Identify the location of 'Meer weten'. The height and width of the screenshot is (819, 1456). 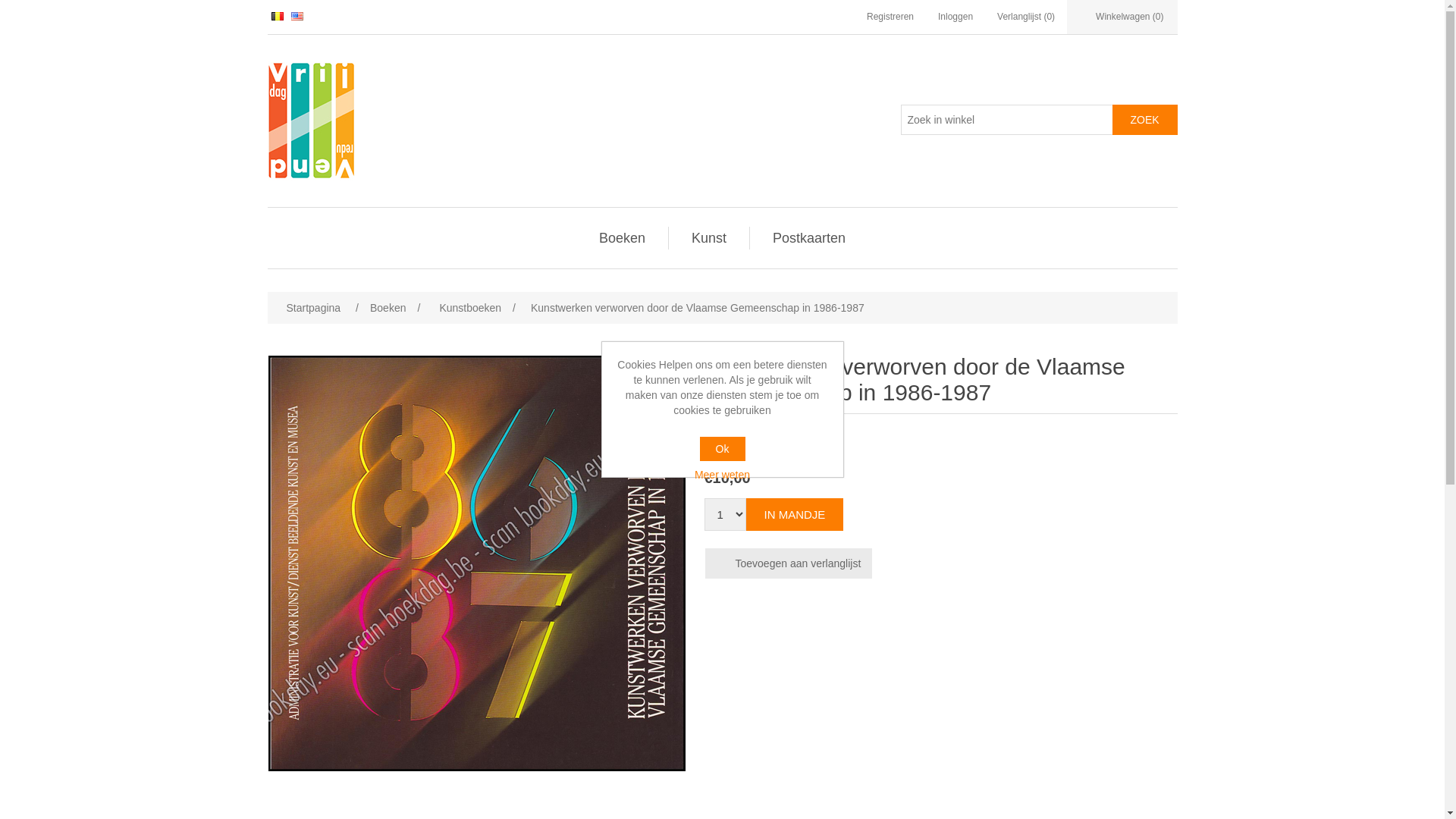
(722, 473).